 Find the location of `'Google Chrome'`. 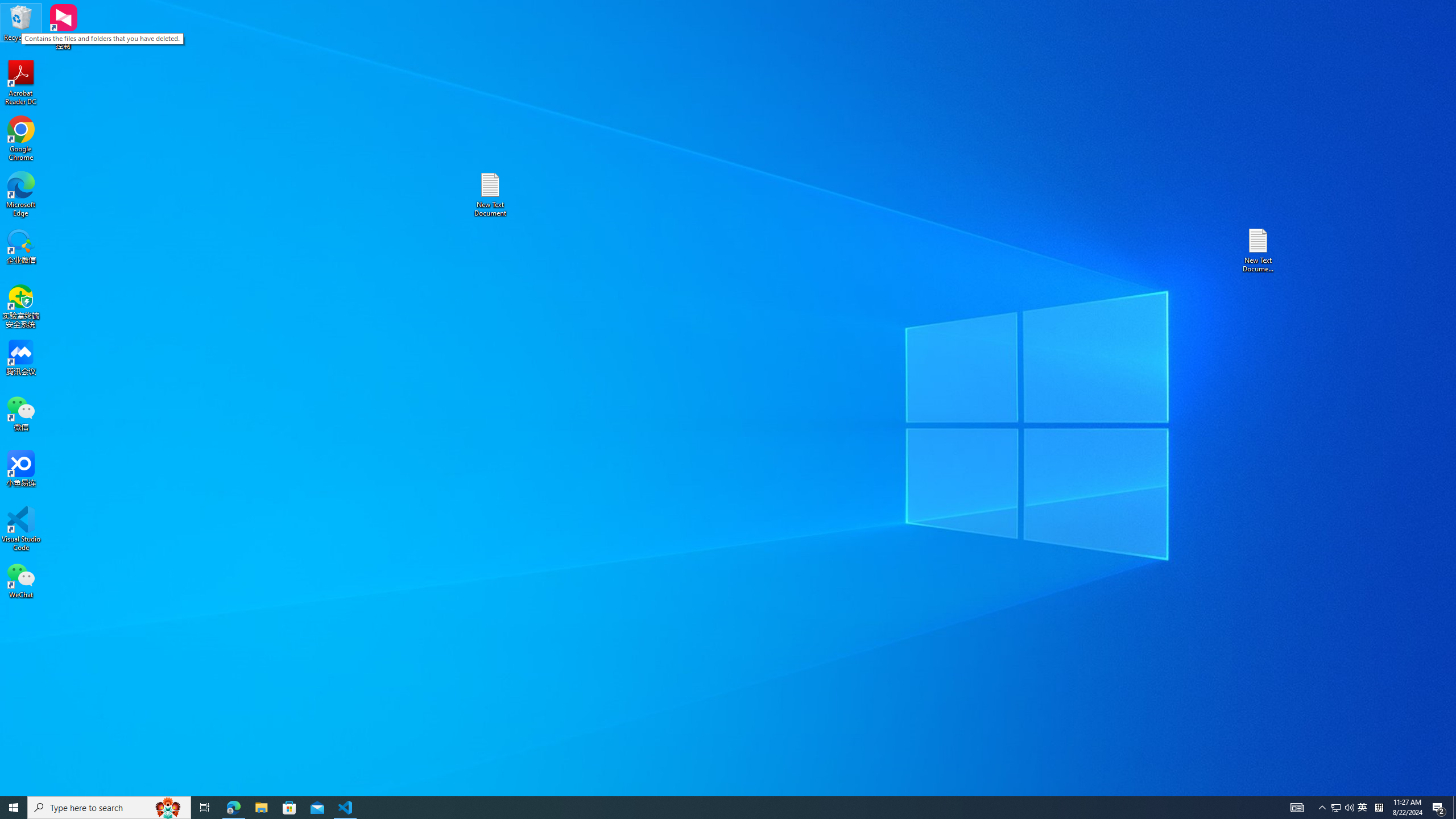

'Google Chrome' is located at coordinates (20, 139).